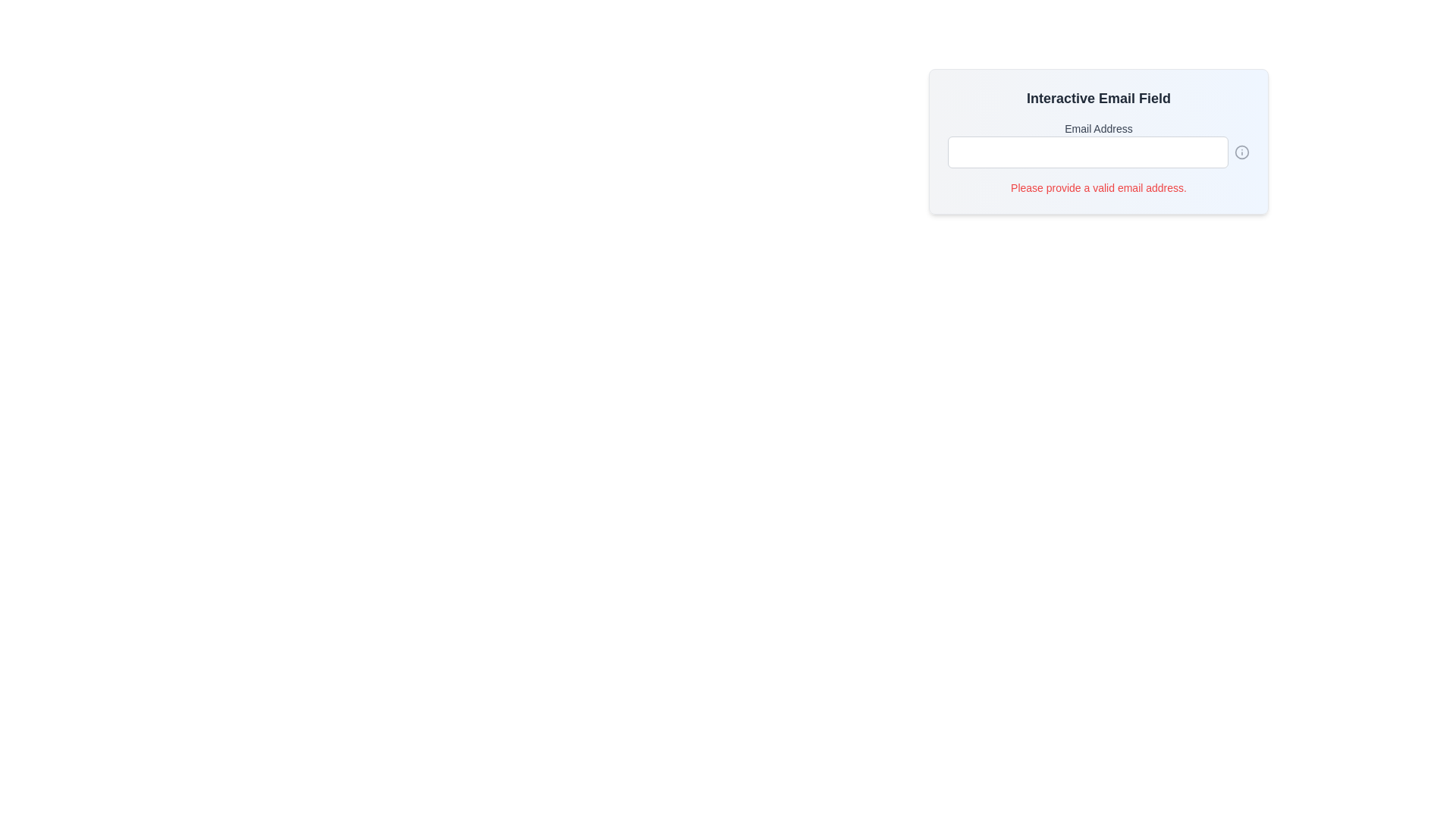 The height and width of the screenshot is (819, 1456). Describe the element at coordinates (1099, 127) in the screenshot. I see `the label indicating the email input field, which is positioned above the input field and serves as its descriptive label` at that location.